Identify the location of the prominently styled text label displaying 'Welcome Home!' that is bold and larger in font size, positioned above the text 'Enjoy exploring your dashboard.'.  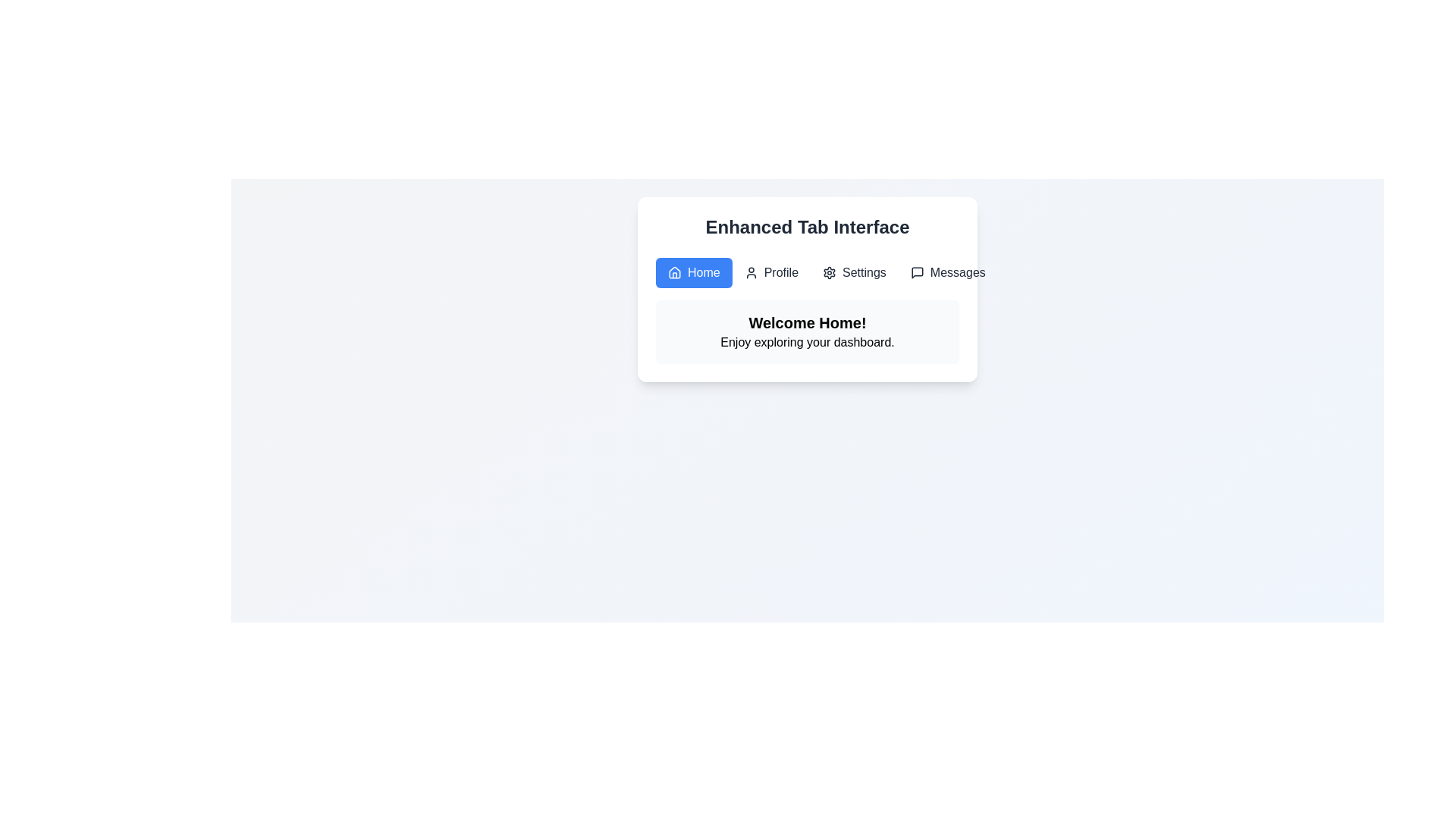
(807, 322).